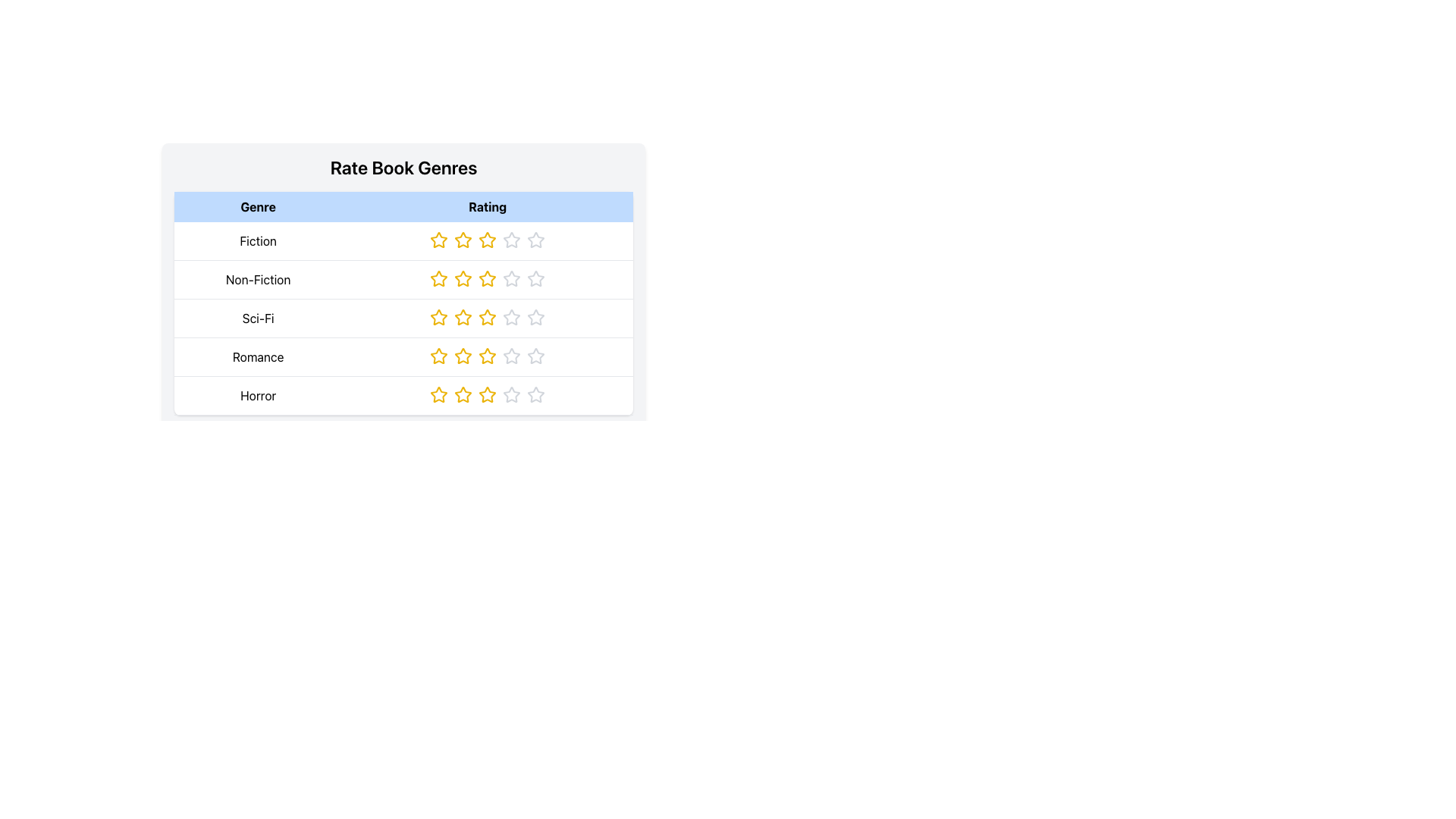 The image size is (1456, 819). What do you see at coordinates (512, 239) in the screenshot?
I see `on the fourth star icon in the 'Rating' column of the 'Rate Book Genres' table` at bounding box center [512, 239].